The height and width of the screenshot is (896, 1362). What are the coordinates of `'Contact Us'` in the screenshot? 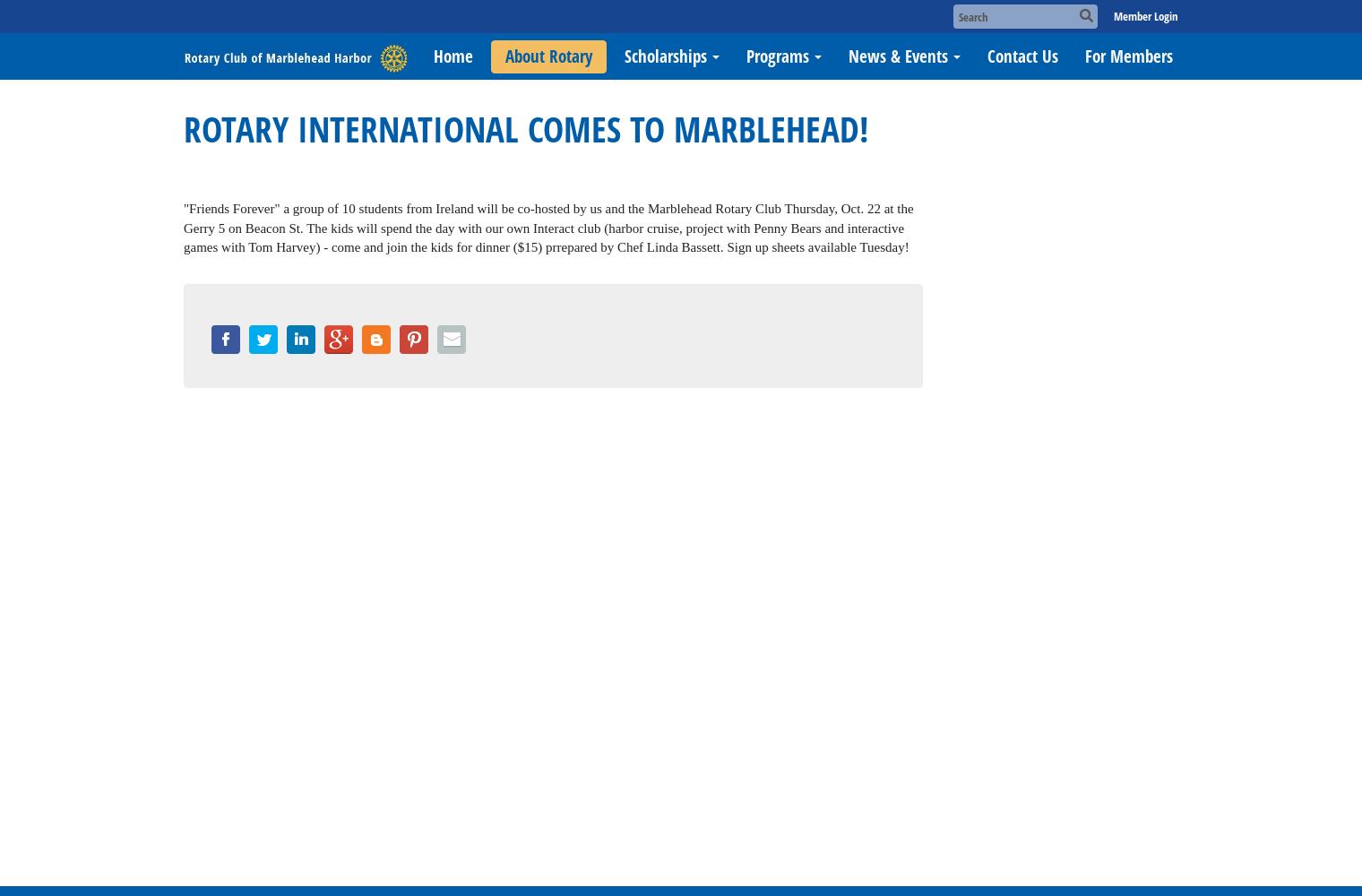 It's located at (1021, 56).